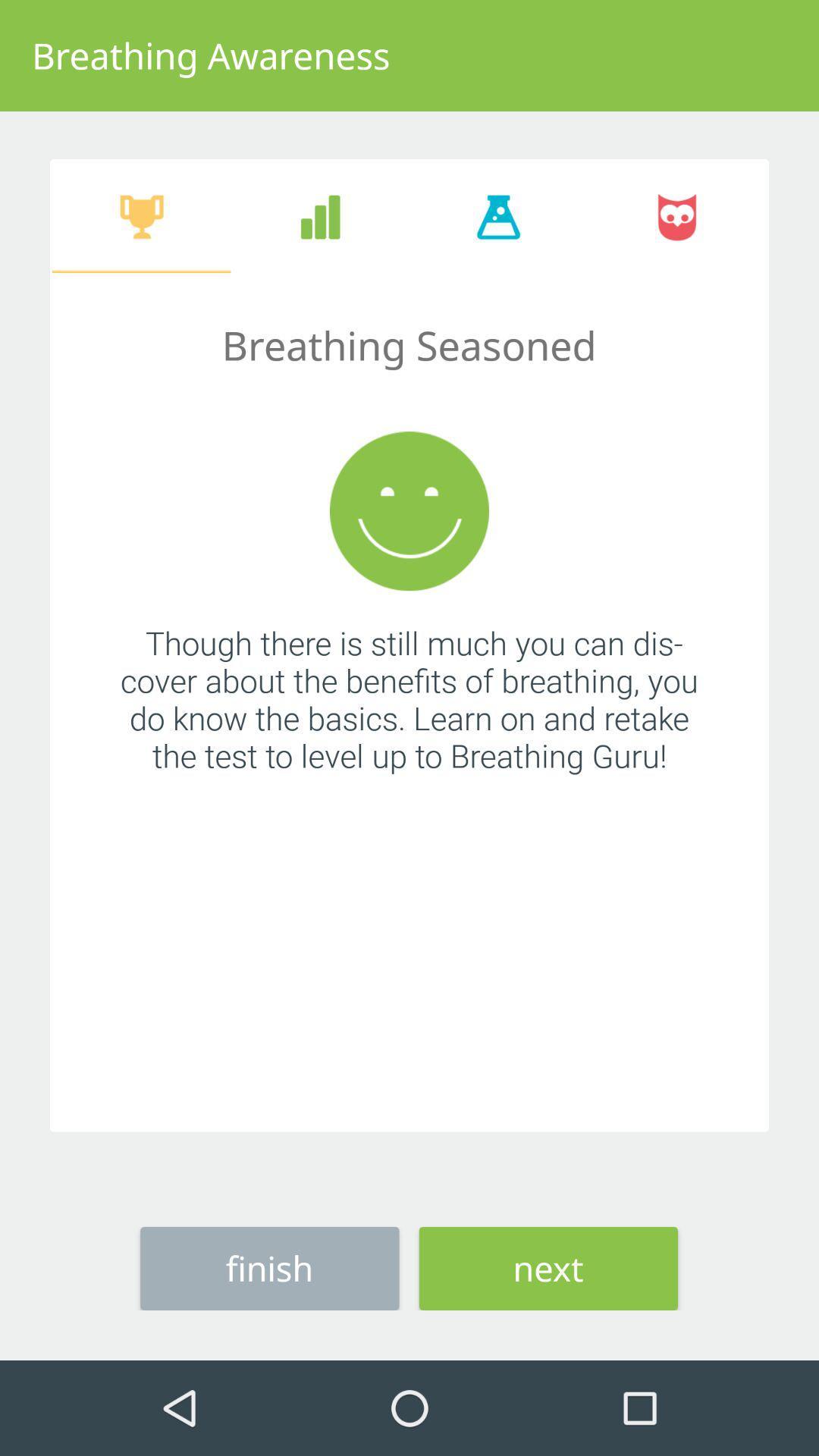 The height and width of the screenshot is (1456, 819). What do you see at coordinates (548, 1268) in the screenshot?
I see `next` at bounding box center [548, 1268].